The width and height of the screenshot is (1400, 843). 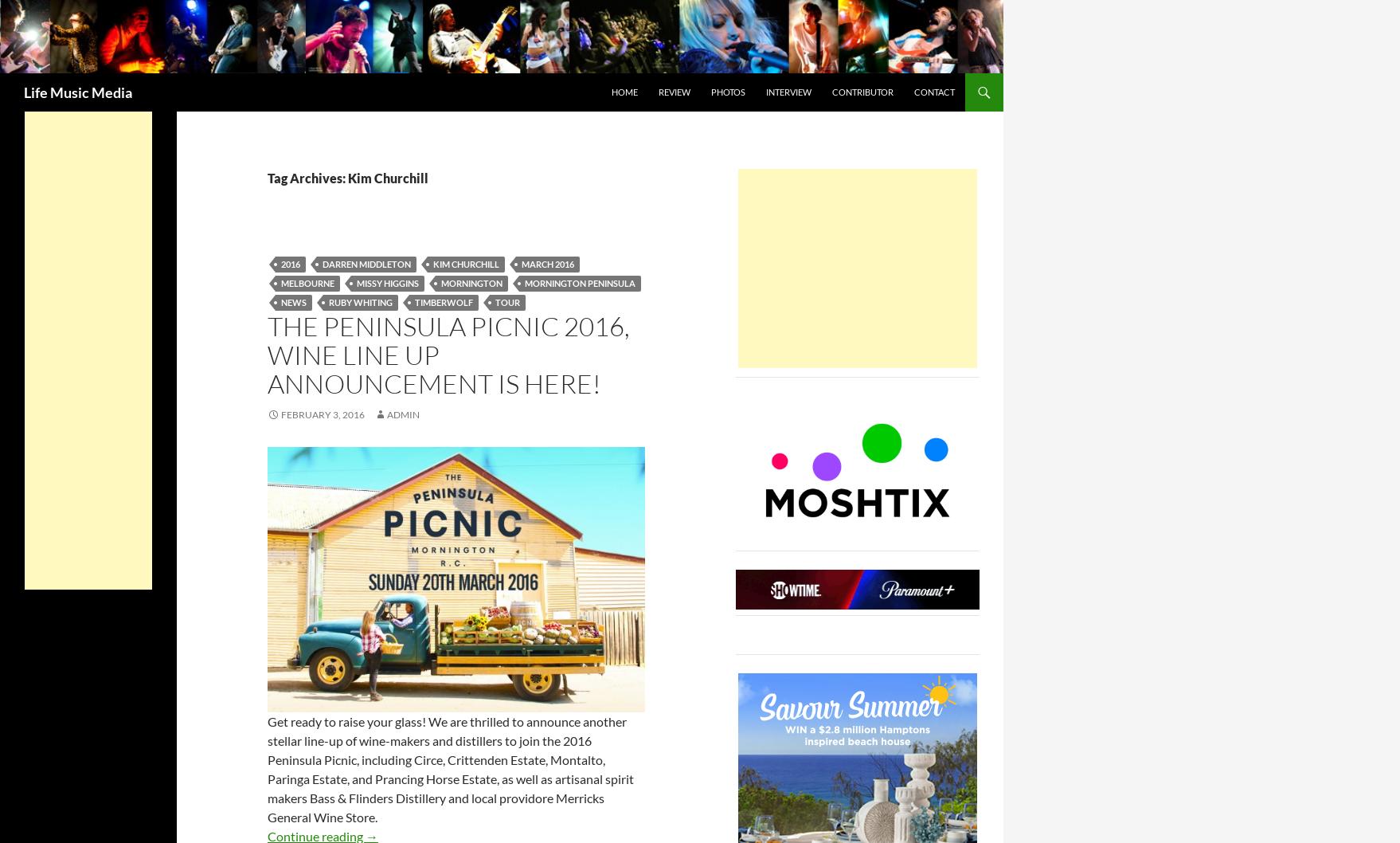 What do you see at coordinates (728, 90) in the screenshot?
I see `'Photos'` at bounding box center [728, 90].